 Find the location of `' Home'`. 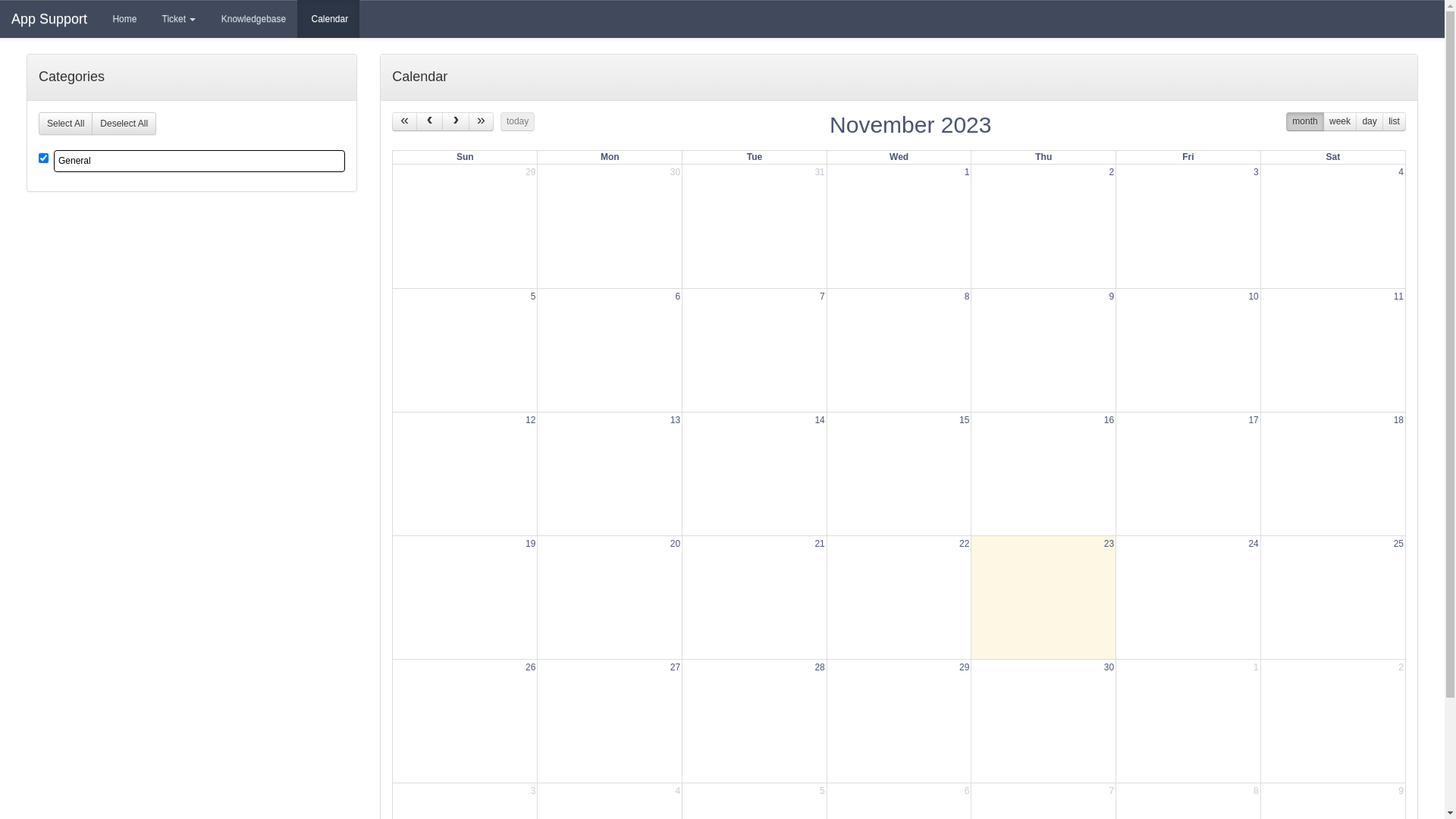

' Home' is located at coordinates (97, 18).